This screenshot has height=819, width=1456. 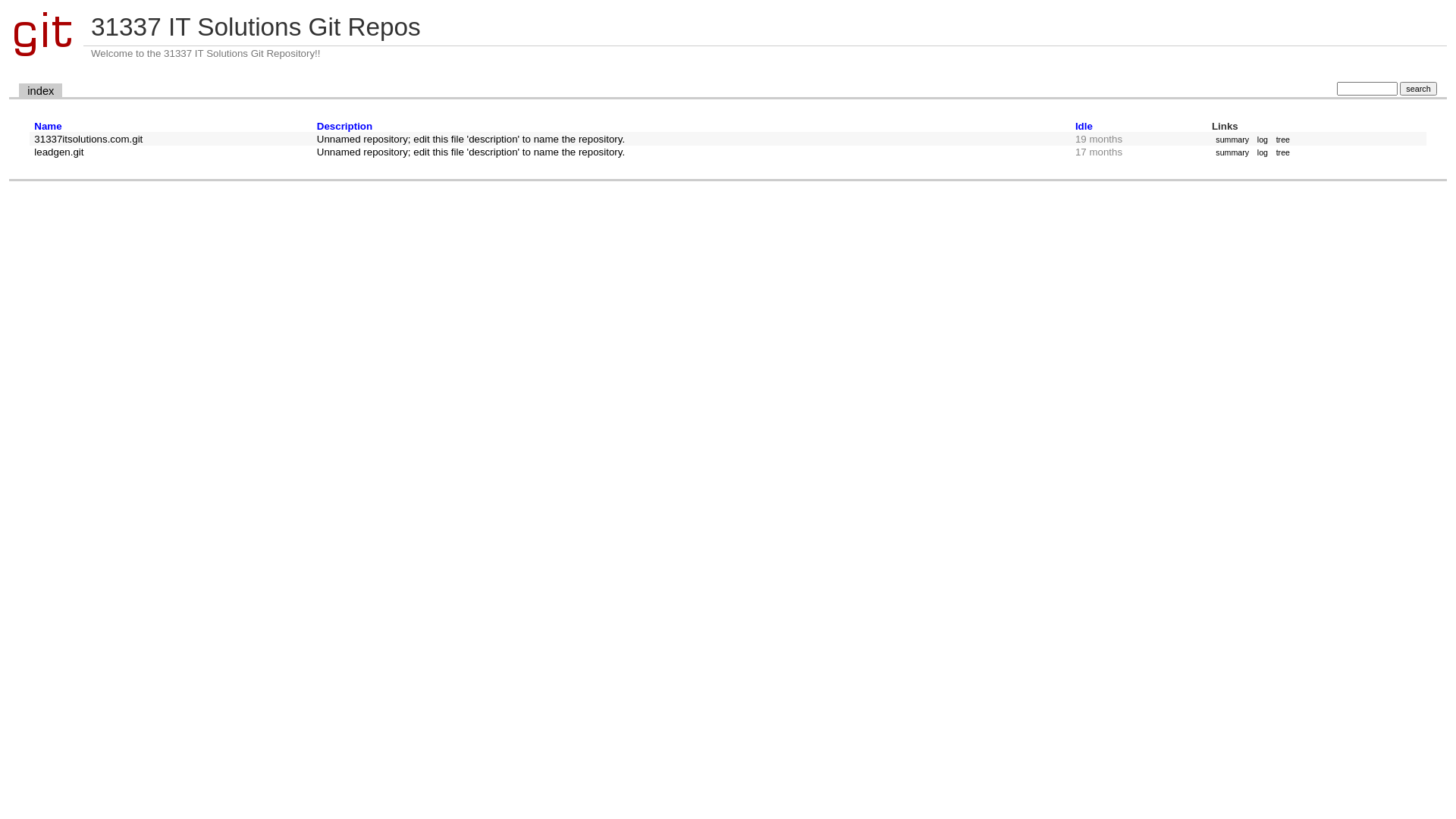 I want to click on 'Name', so click(x=47, y=125).